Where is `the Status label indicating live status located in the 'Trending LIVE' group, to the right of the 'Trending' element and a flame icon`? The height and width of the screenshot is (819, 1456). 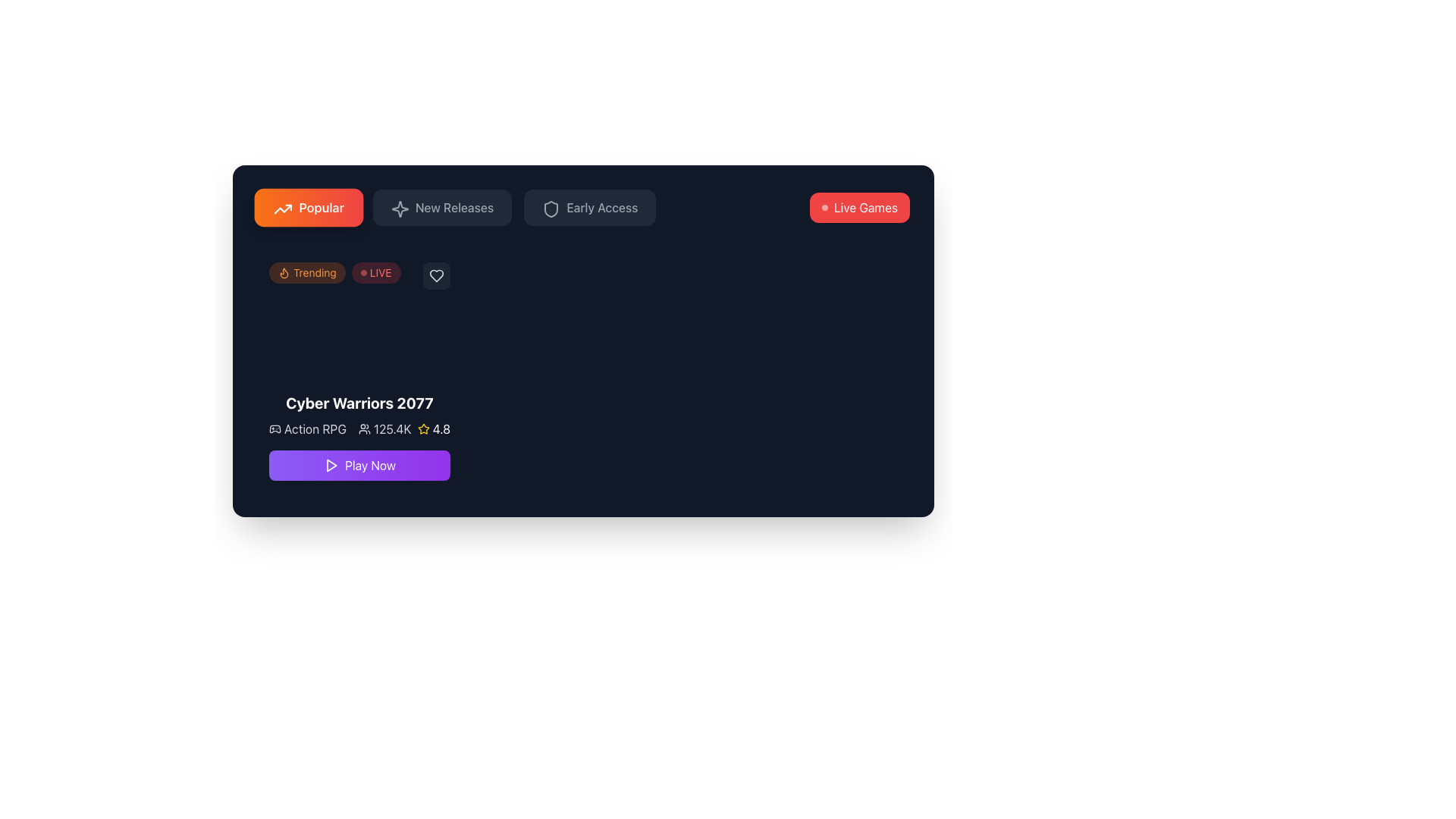
the Status label indicating live status located in the 'Trending LIVE' group, to the right of the 'Trending' element and a flame icon is located at coordinates (376, 271).